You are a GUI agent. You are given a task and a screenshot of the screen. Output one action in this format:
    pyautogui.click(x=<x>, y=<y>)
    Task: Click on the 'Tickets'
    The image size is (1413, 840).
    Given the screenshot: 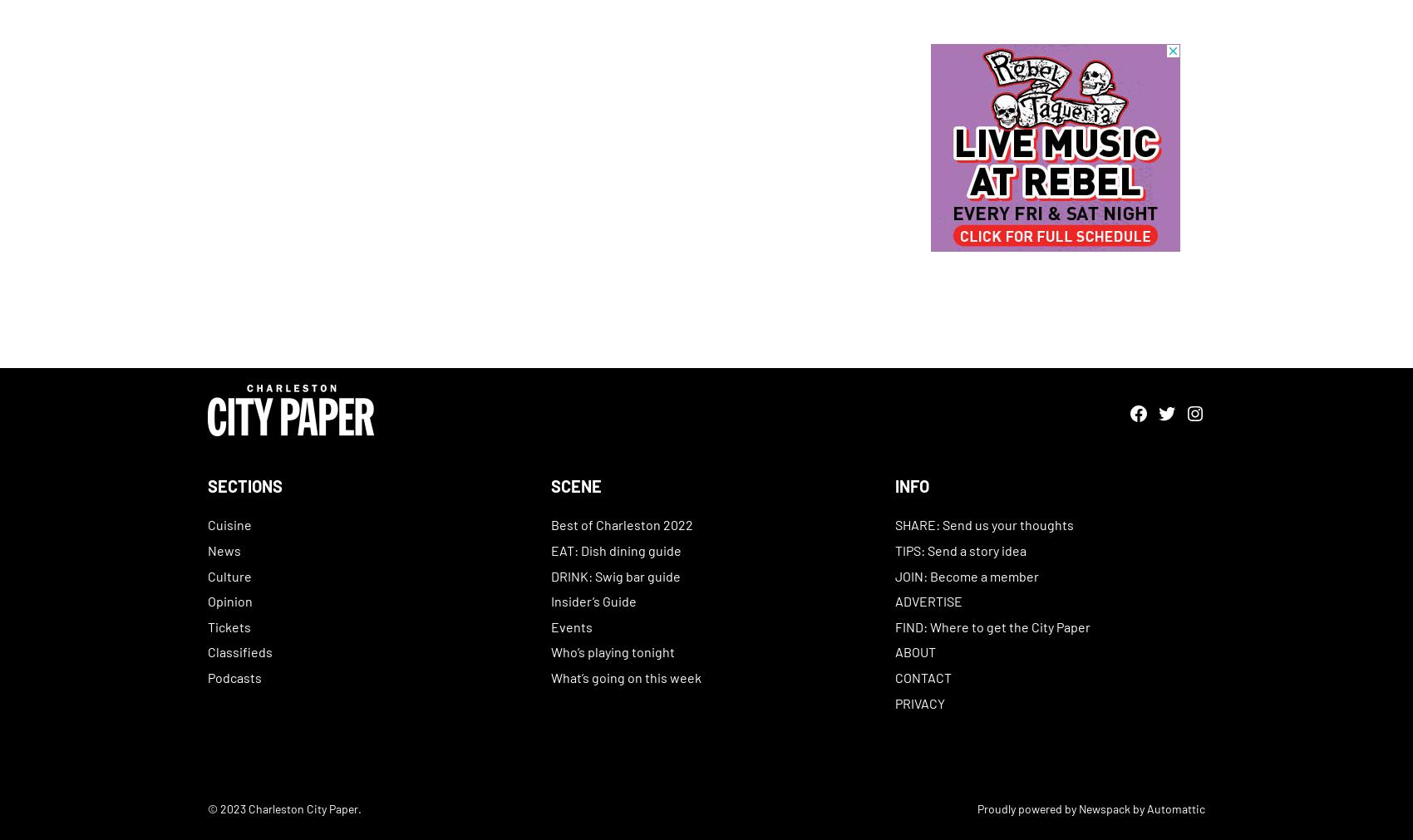 What is the action you would take?
    pyautogui.click(x=229, y=625)
    